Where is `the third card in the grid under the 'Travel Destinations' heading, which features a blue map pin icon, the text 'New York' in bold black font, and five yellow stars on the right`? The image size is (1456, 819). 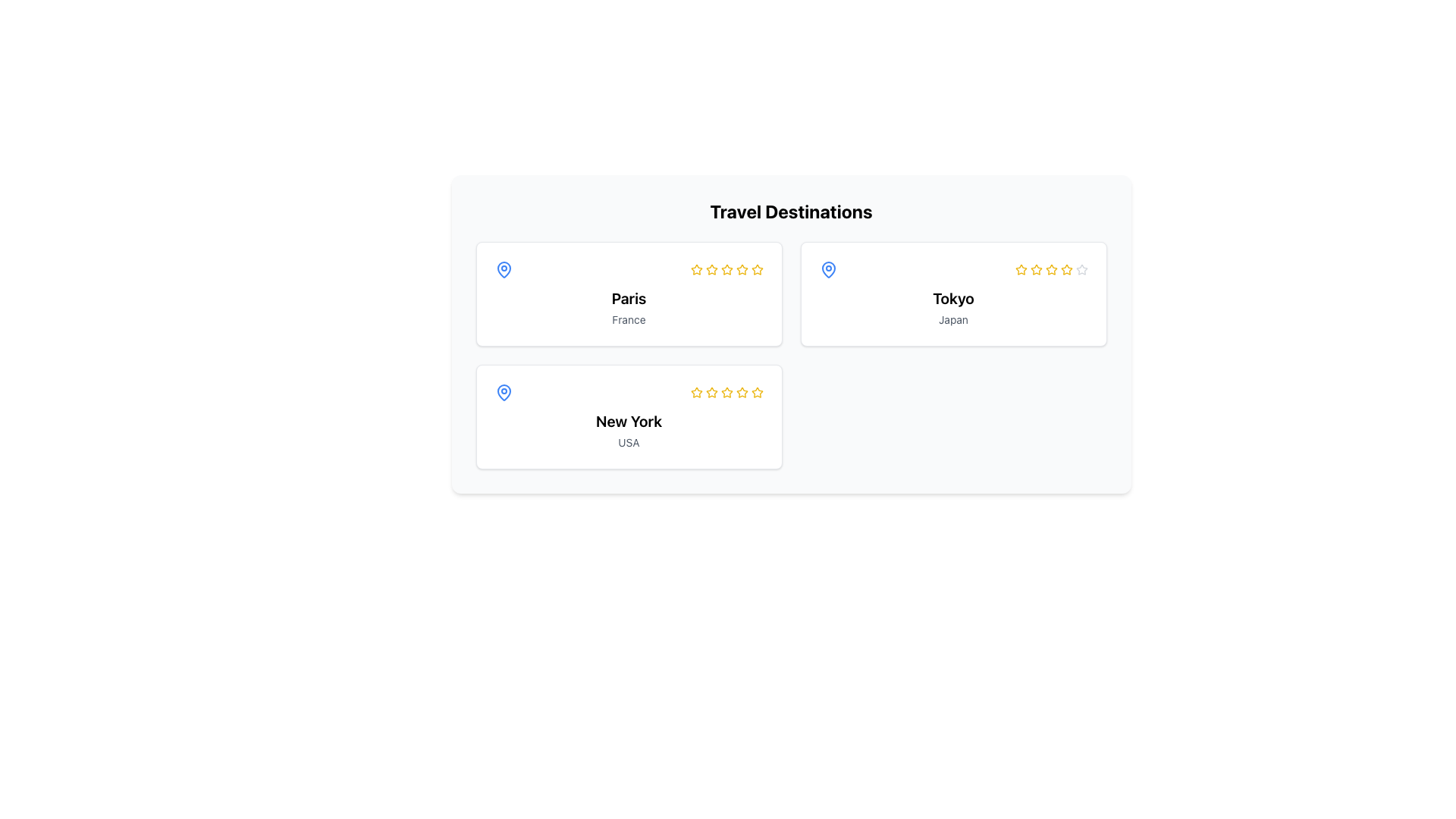 the third card in the grid under the 'Travel Destinations' heading, which features a blue map pin icon, the text 'New York' in bold black font, and five yellow stars on the right is located at coordinates (629, 417).